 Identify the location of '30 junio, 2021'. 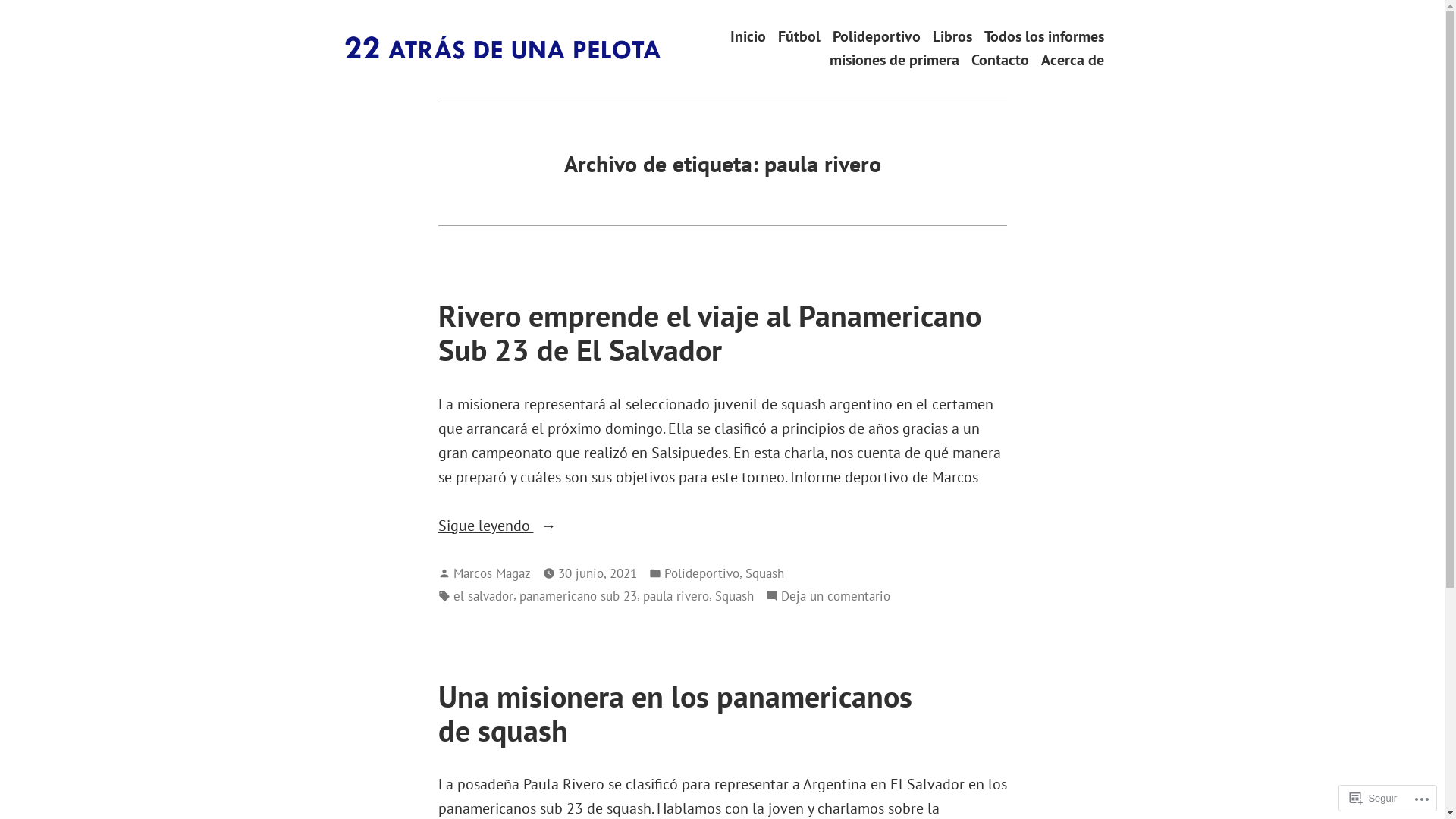
(596, 573).